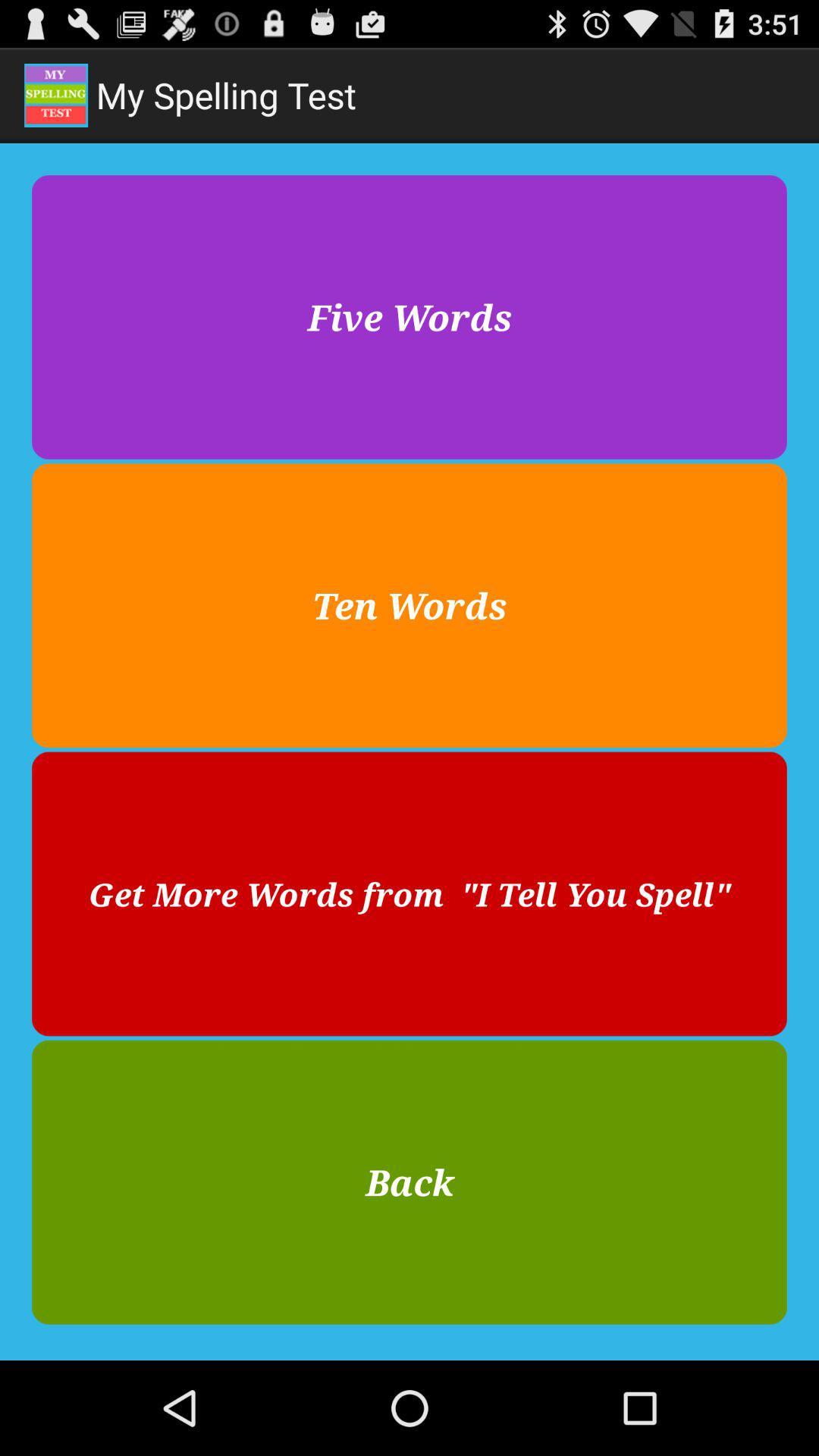 This screenshot has height=1456, width=819. What do you see at coordinates (409, 894) in the screenshot?
I see `the get more words button` at bounding box center [409, 894].